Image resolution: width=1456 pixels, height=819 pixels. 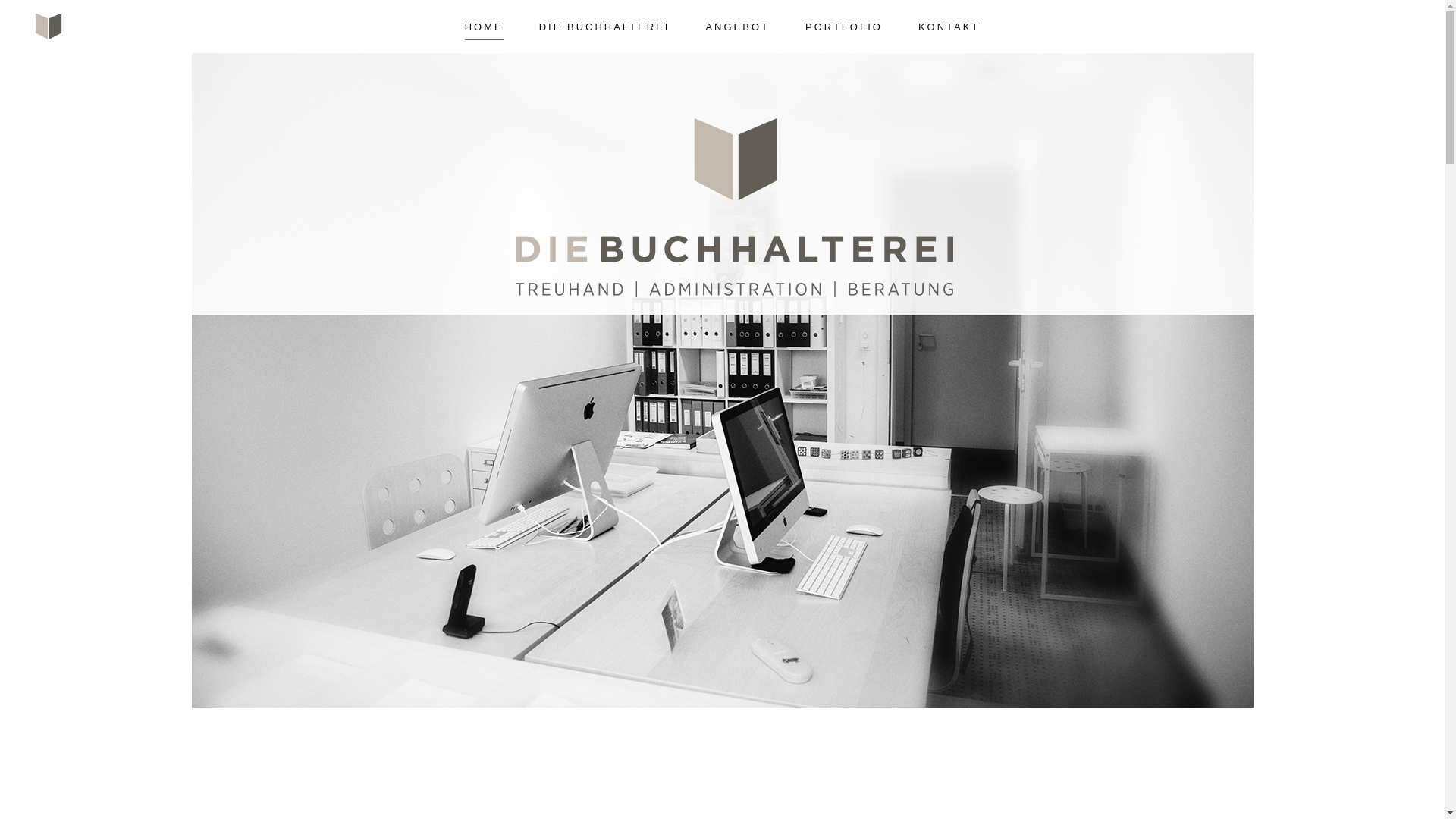 What do you see at coordinates (604, 20) in the screenshot?
I see `'DIE BUCHHALTEREI'` at bounding box center [604, 20].